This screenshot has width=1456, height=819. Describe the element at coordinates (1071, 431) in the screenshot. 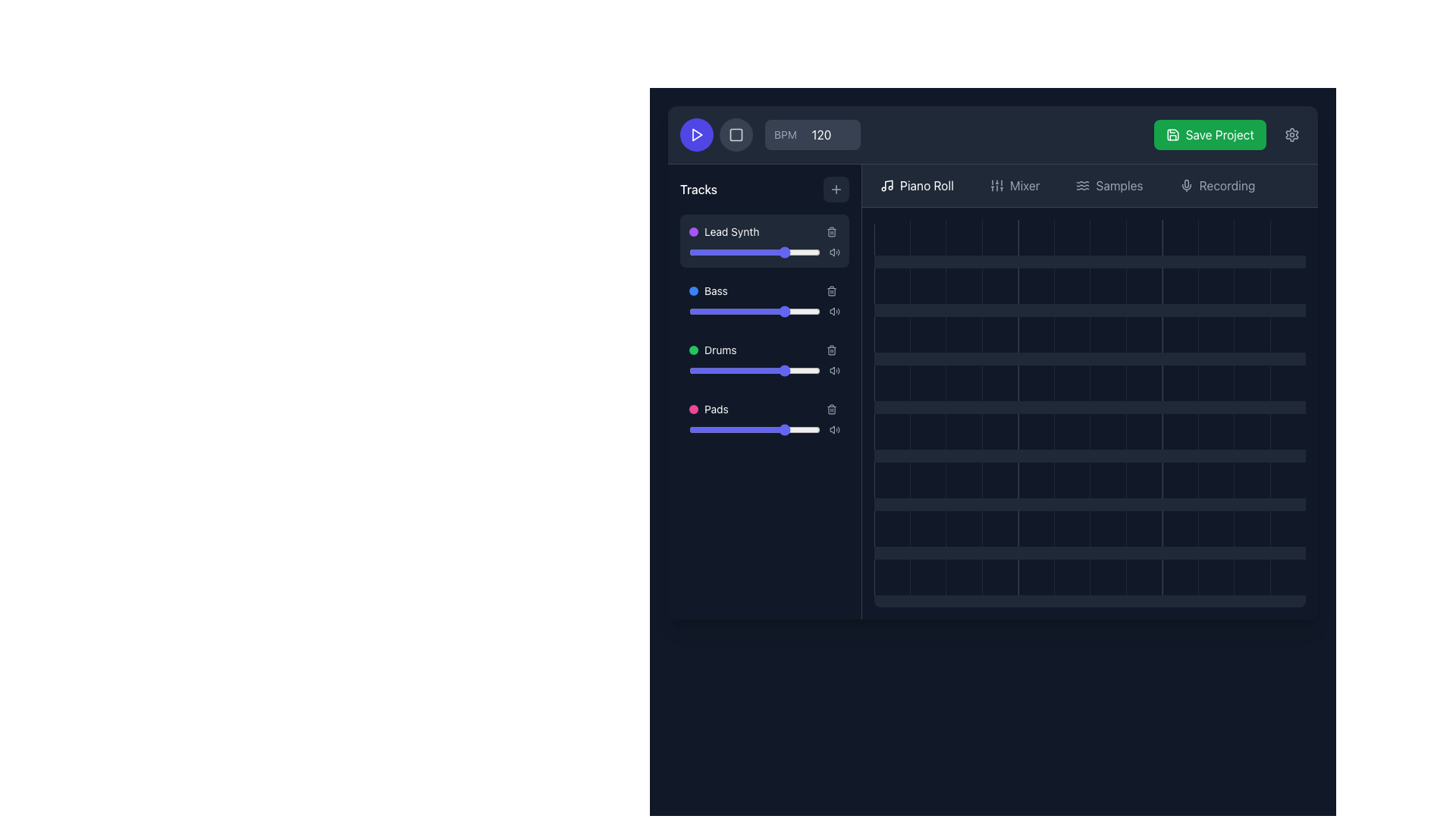

I see `the grid cell located in the sixth column of the third row, which has a dark gray background and a hover effect` at that location.